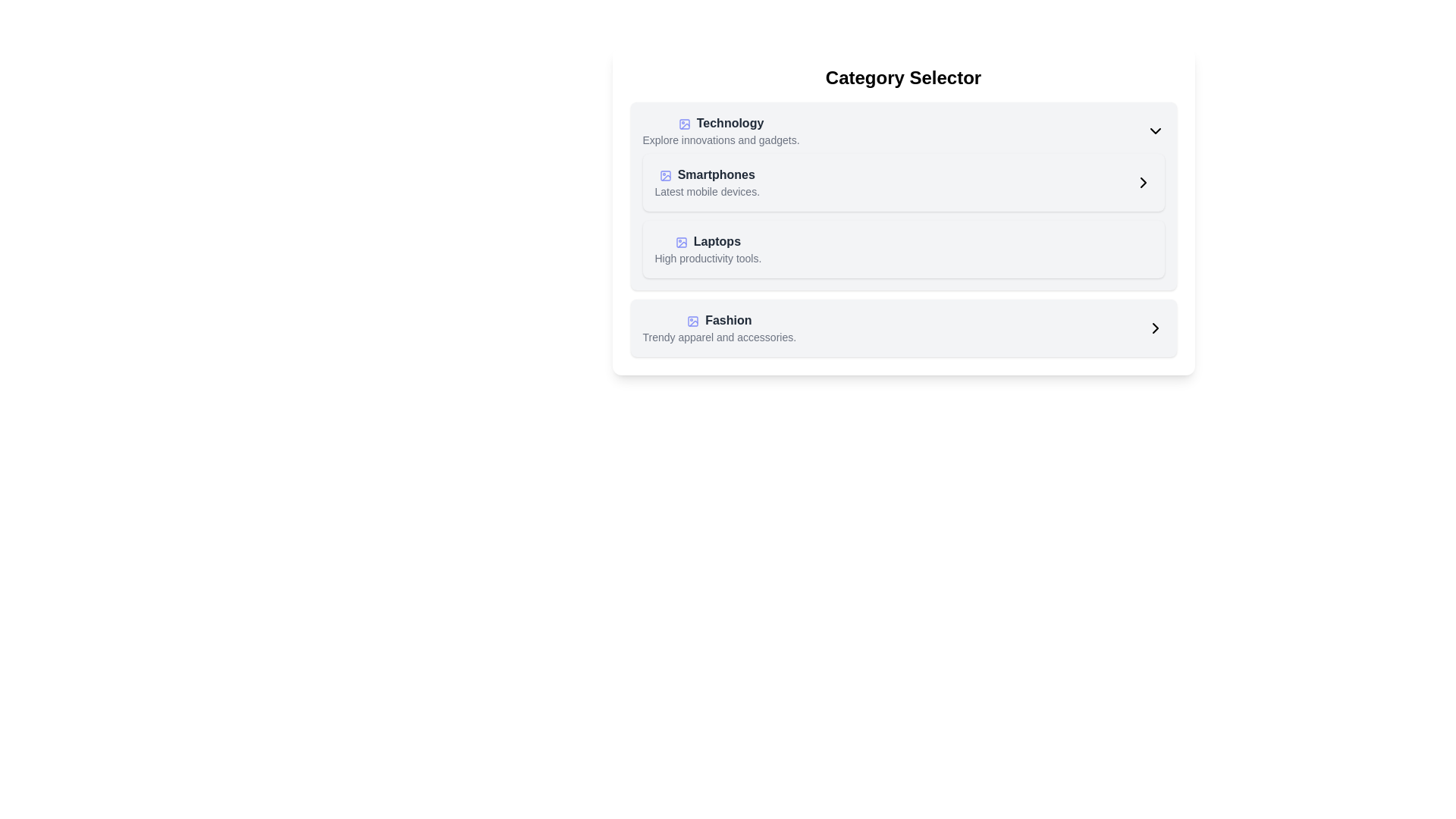  I want to click on keyboard navigation, so click(903, 216).